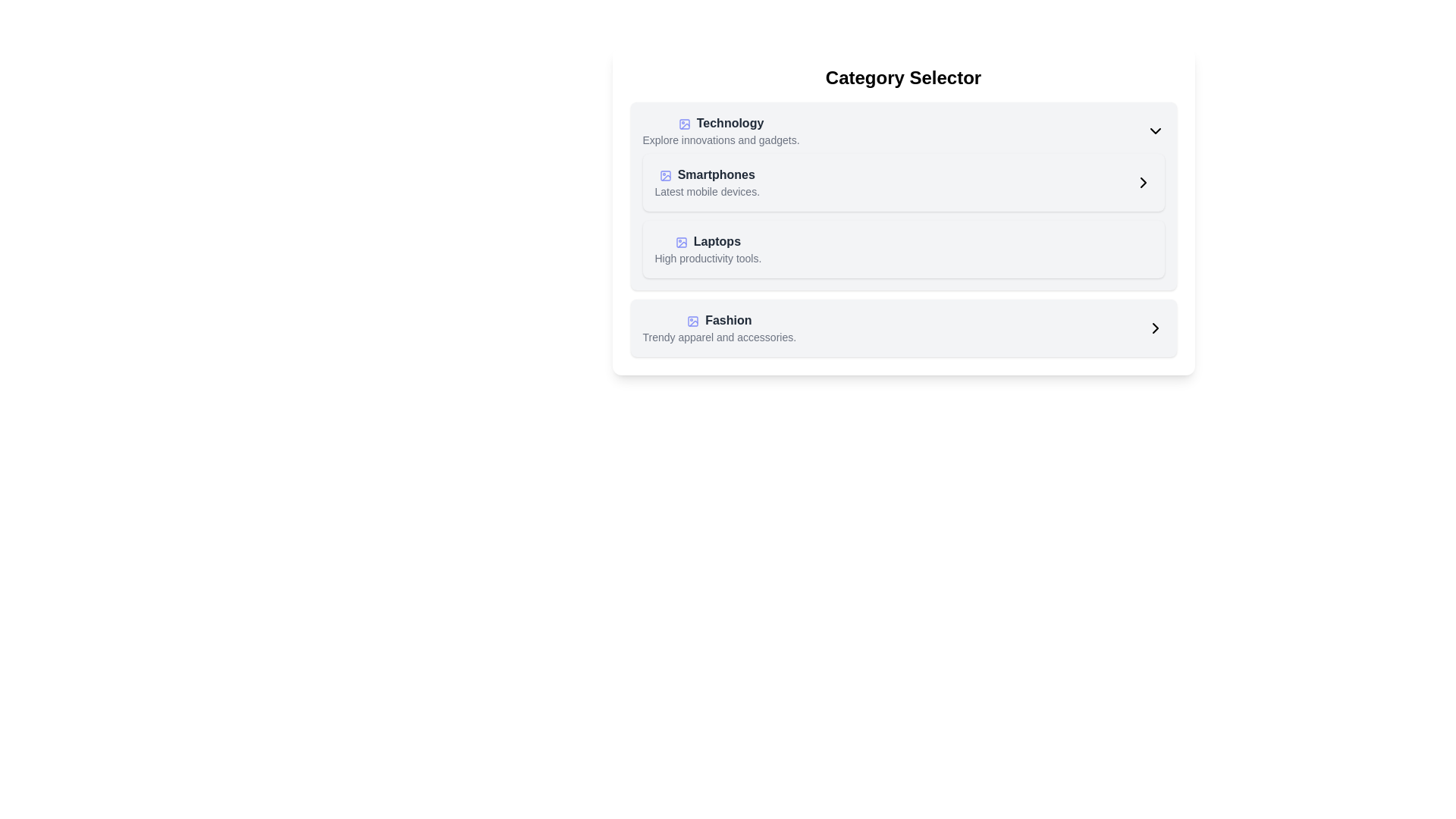  I want to click on keyboard navigation, so click(903, 216).